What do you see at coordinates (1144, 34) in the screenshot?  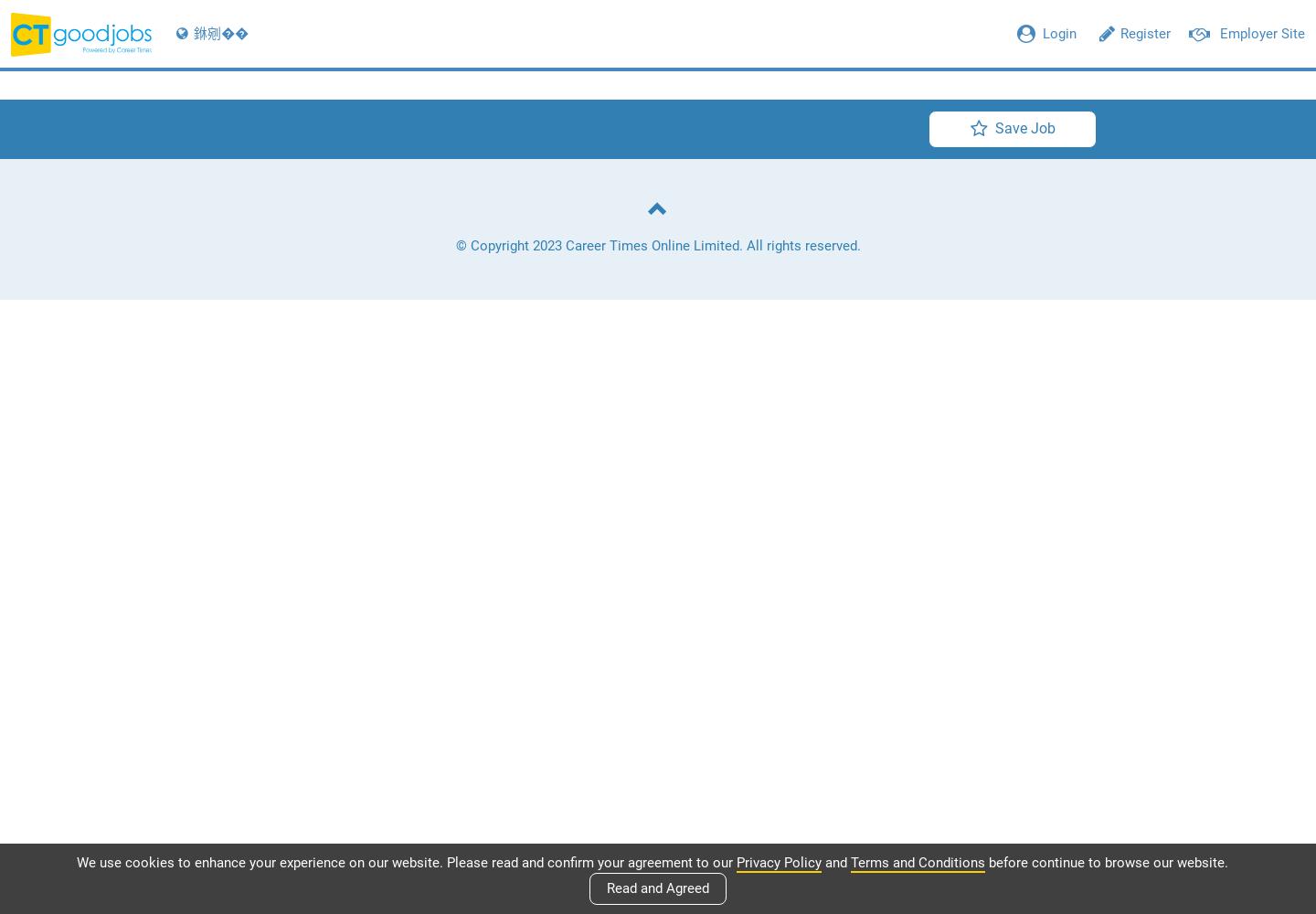 I see `'Register'` at bounding box center [1144, 34].